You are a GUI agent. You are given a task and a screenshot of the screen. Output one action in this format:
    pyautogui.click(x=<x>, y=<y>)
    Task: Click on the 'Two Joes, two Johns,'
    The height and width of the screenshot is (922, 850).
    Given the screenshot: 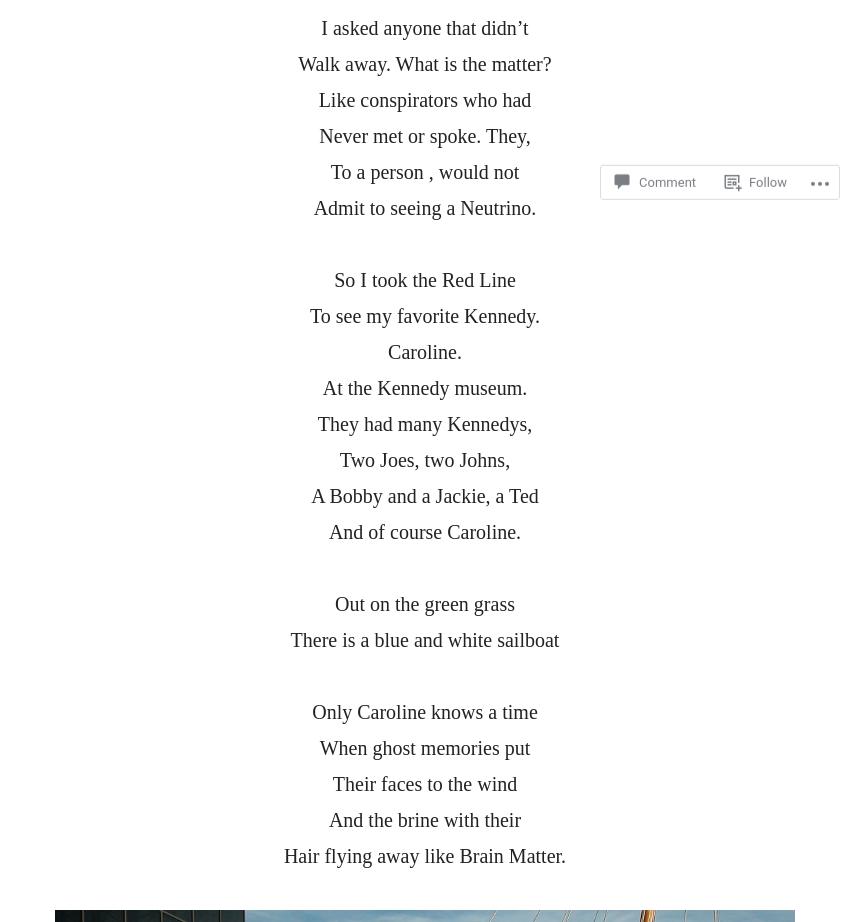 What is the action you would take?
    pyautogui.click(x=424, y=458)
    